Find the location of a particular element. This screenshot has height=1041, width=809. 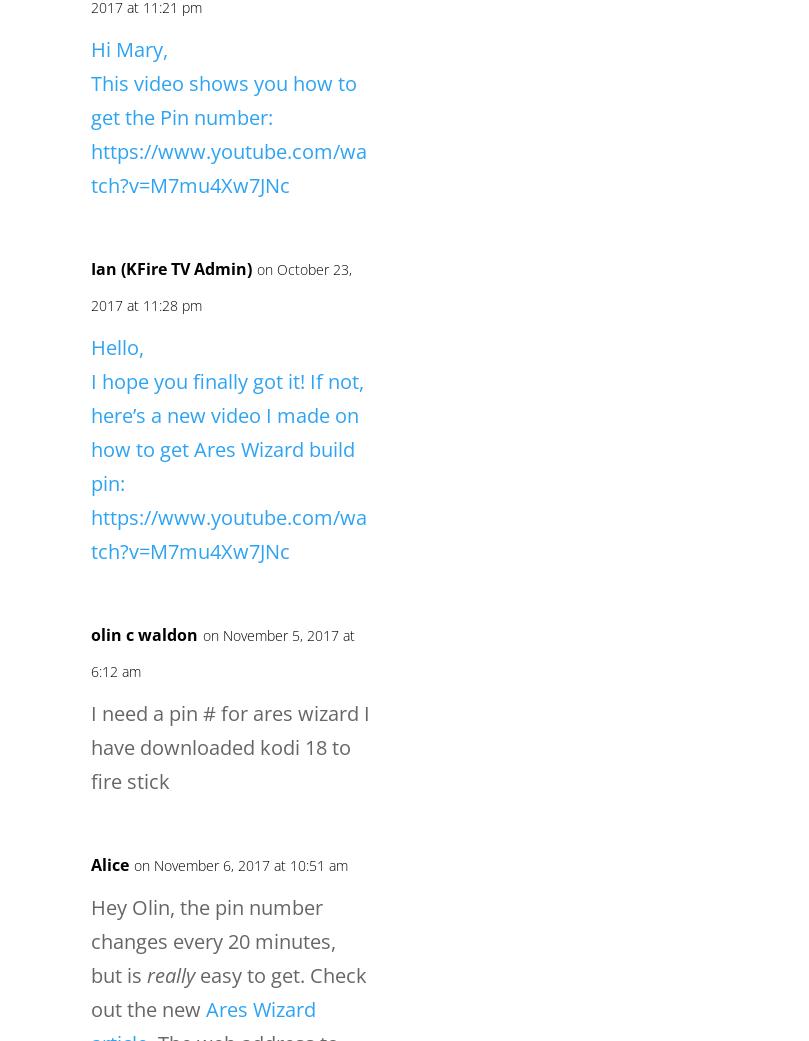

'Hi Mary,' is located at coordinates (129, 48).